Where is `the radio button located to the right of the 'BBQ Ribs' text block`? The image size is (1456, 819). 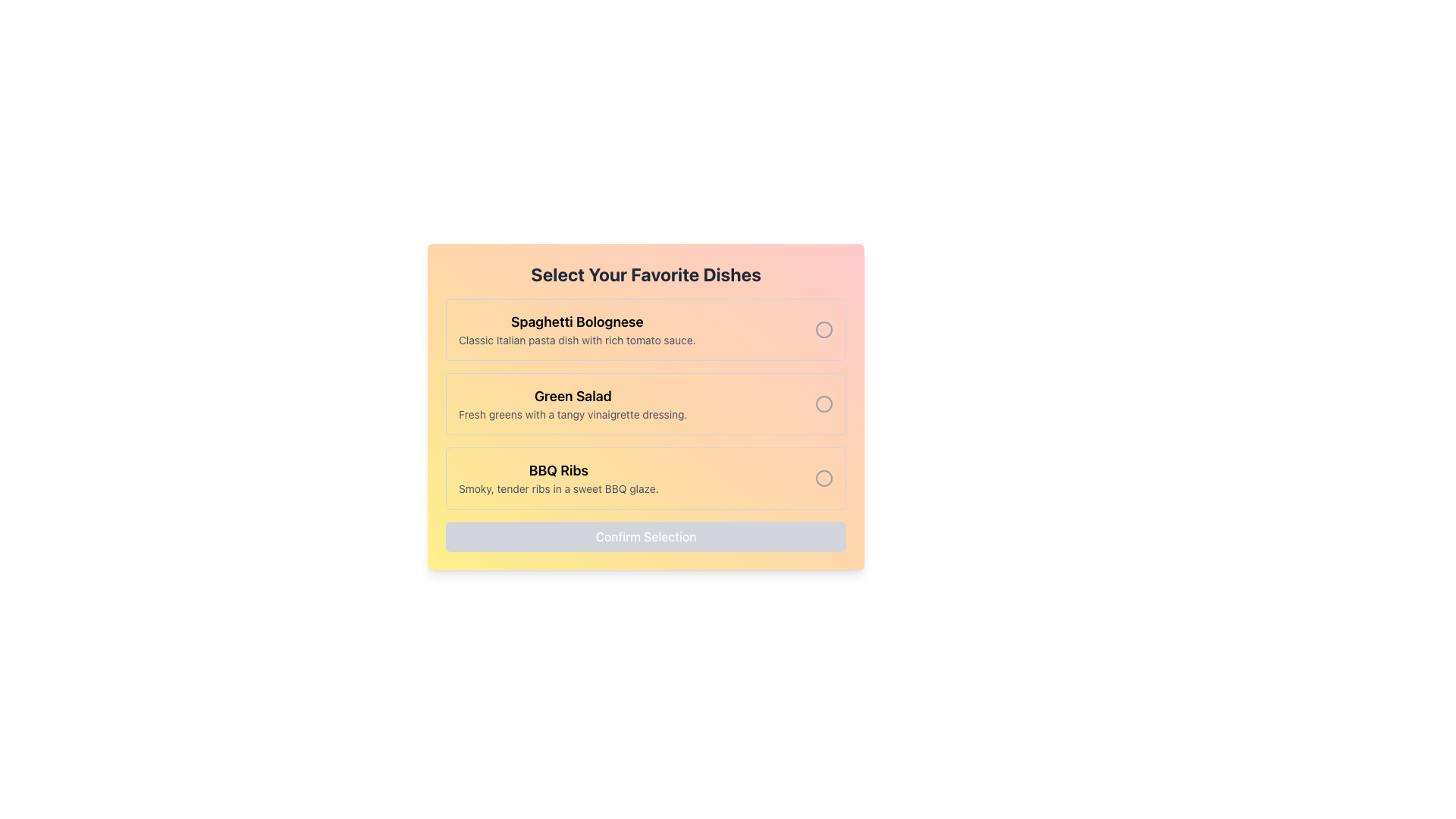 the radio button located to the right of the 'BBQ Ribs' text block is located at coordinates (823, 479).